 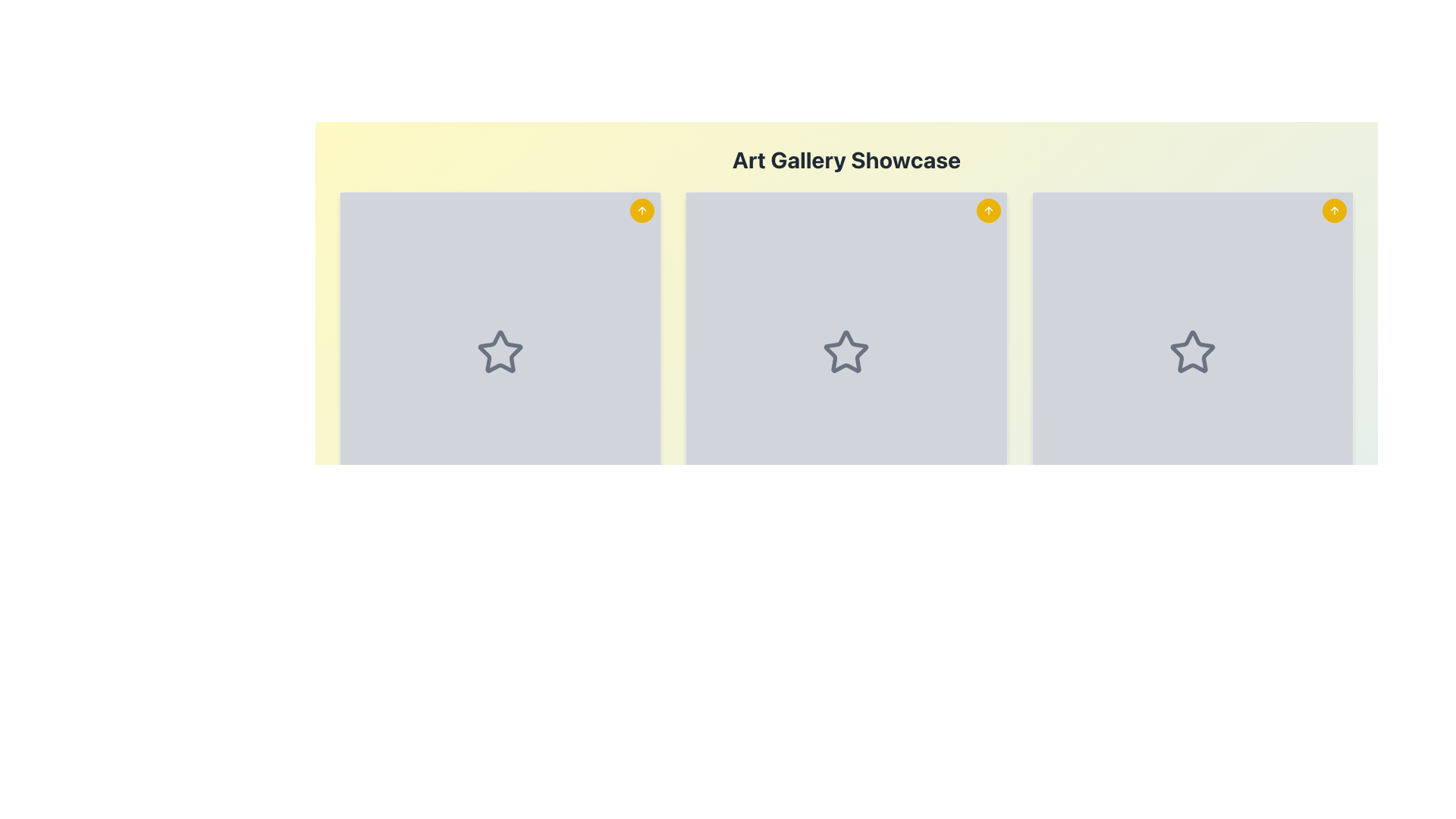 What do you see at coordinates (846, 393) in the screenshot?
I see `the second card in the showcase representing an art piece` at bounding box center [846, 393].